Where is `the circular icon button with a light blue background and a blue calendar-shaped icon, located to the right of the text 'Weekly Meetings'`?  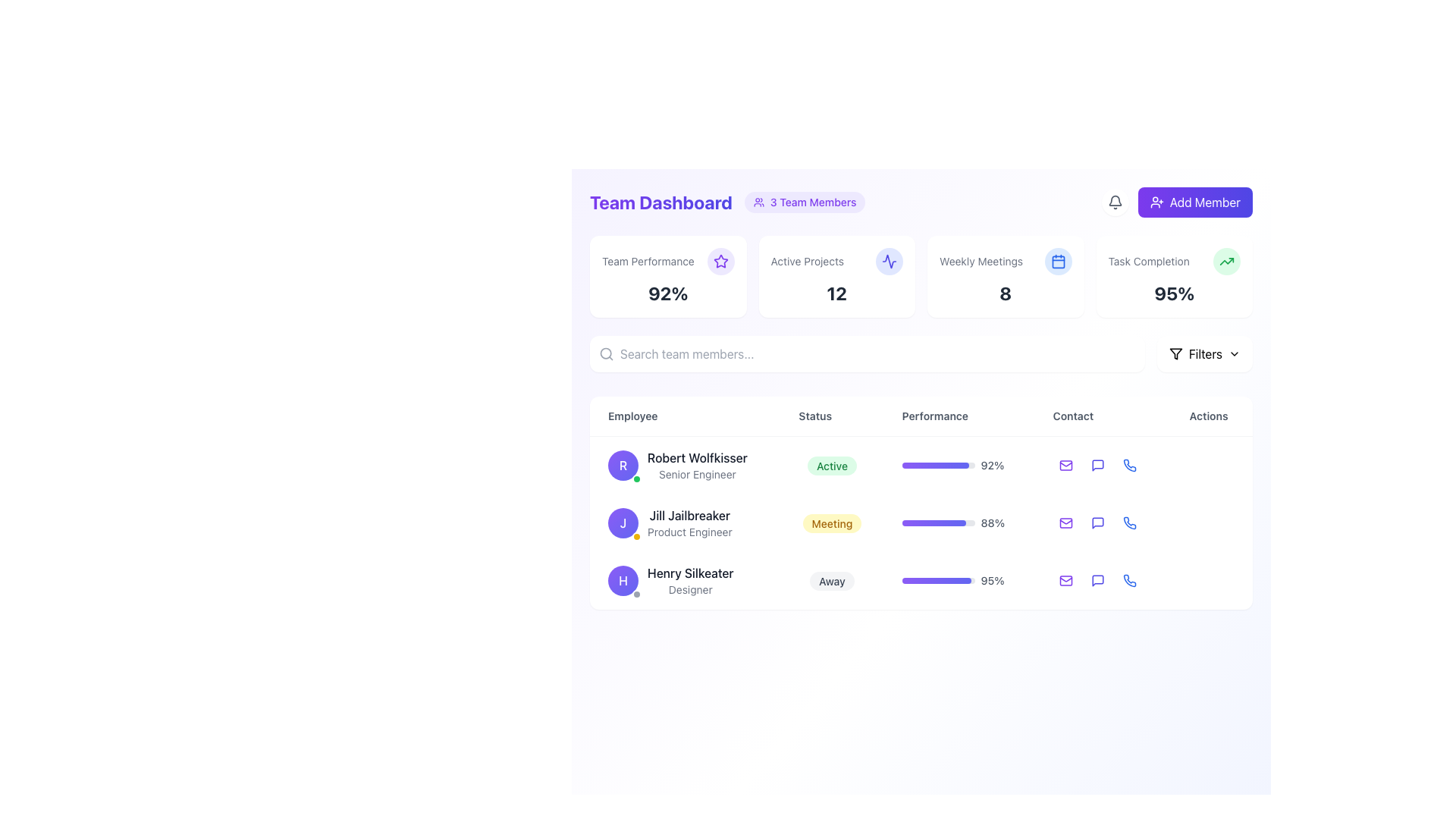
the circular icon button with a light blue background and a blue calendar-shaped icon, located to the right of the text 'Weekly Meetings' is located at coordinates (1057, 260).